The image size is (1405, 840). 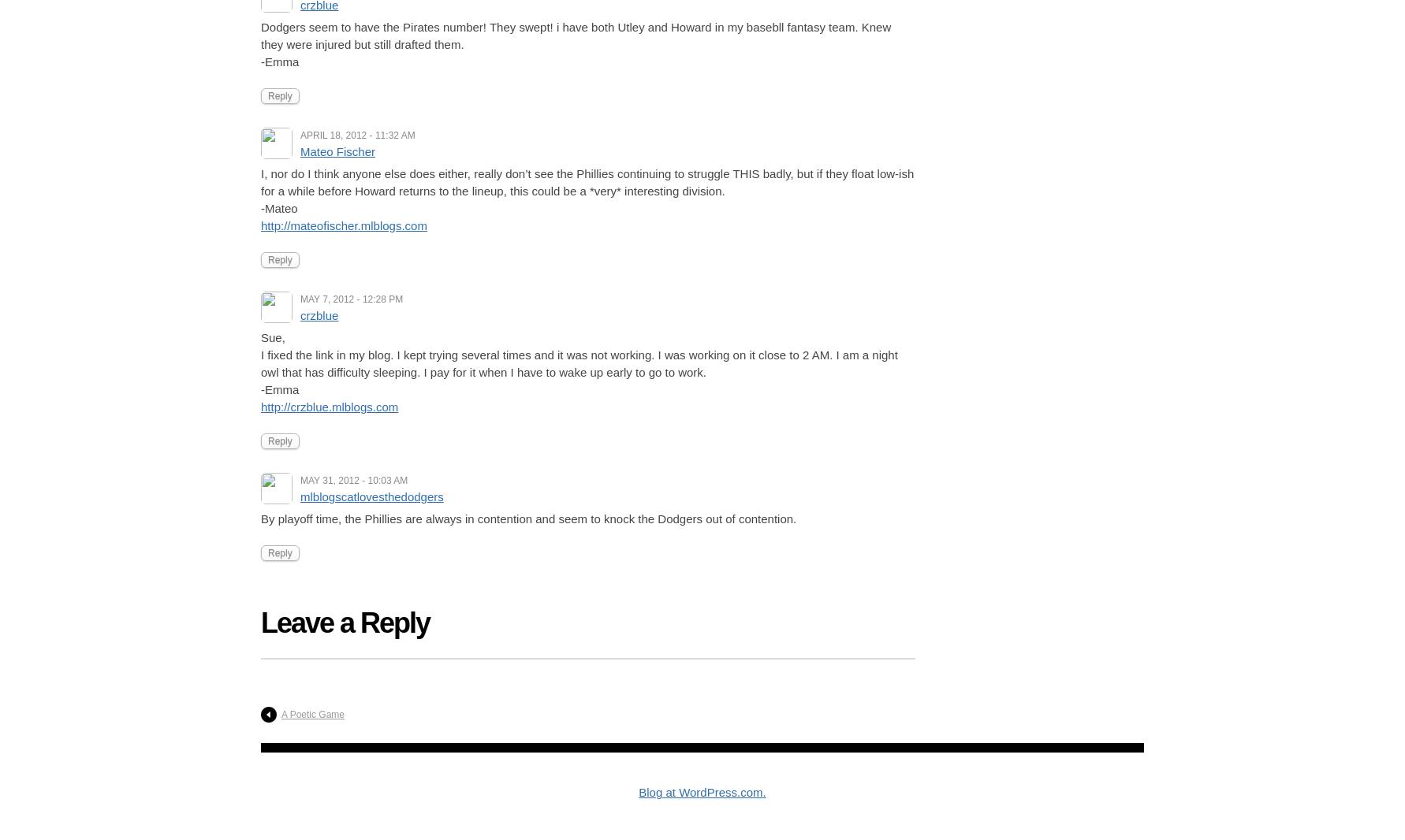 I want to click on 'Dodgers seem to have the Pirates number!  They swept!  i have both Utley and Howard in my basebll fantasy team.  Knew they were injured but still drafted them.', so click(x=576, y=35).